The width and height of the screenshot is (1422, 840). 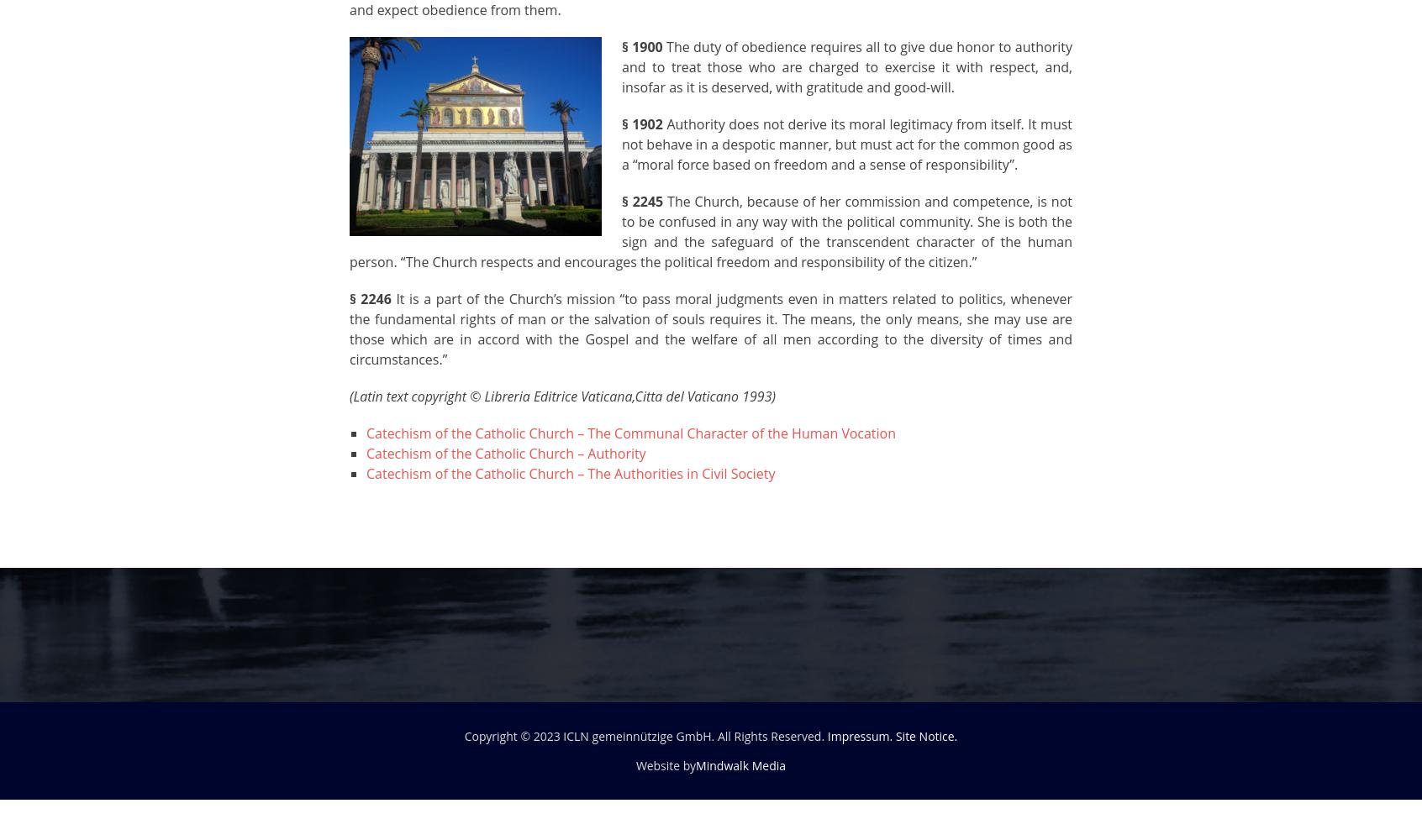 I want to click on '§ 1900', so click(x=640, y=47).